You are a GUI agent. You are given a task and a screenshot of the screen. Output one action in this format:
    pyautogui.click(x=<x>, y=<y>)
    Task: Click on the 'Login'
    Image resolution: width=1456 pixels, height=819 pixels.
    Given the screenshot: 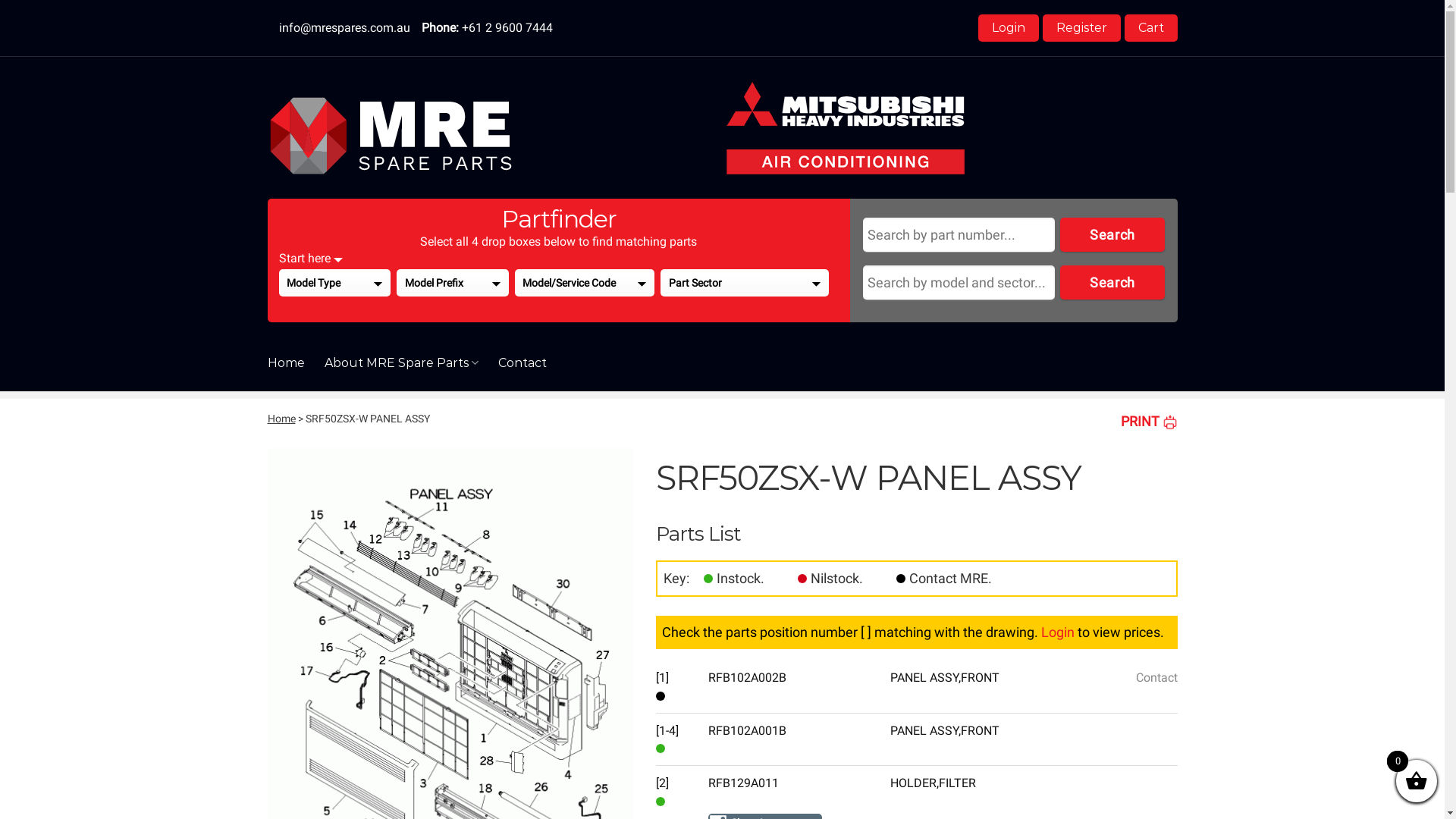 What is the action you would take?
    pyautogui.click(x=978, y=28)
    